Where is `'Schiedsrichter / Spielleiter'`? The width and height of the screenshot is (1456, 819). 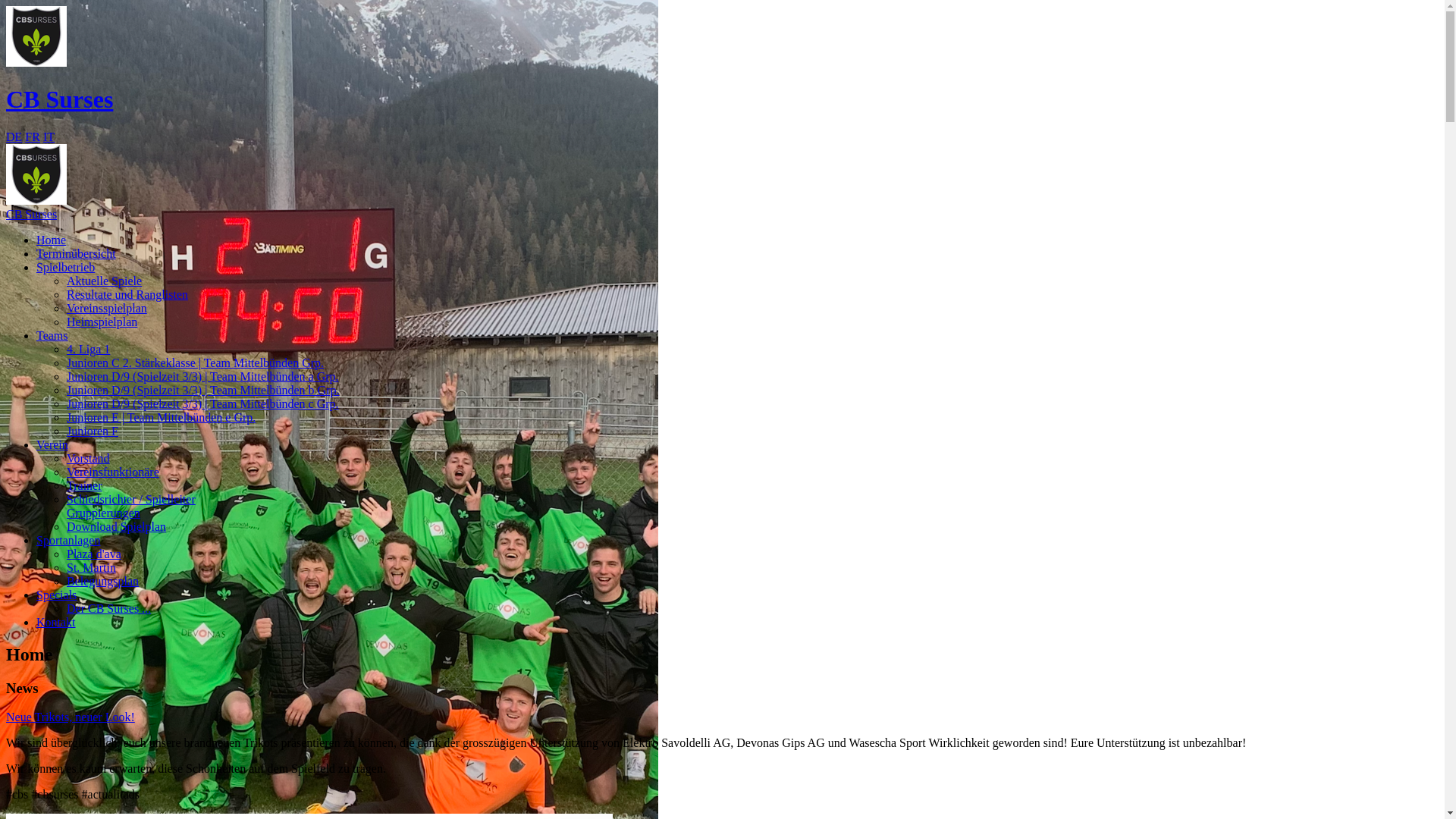 'Schiedsrichter / Spielleiter' is located at coordinates (65, 499).